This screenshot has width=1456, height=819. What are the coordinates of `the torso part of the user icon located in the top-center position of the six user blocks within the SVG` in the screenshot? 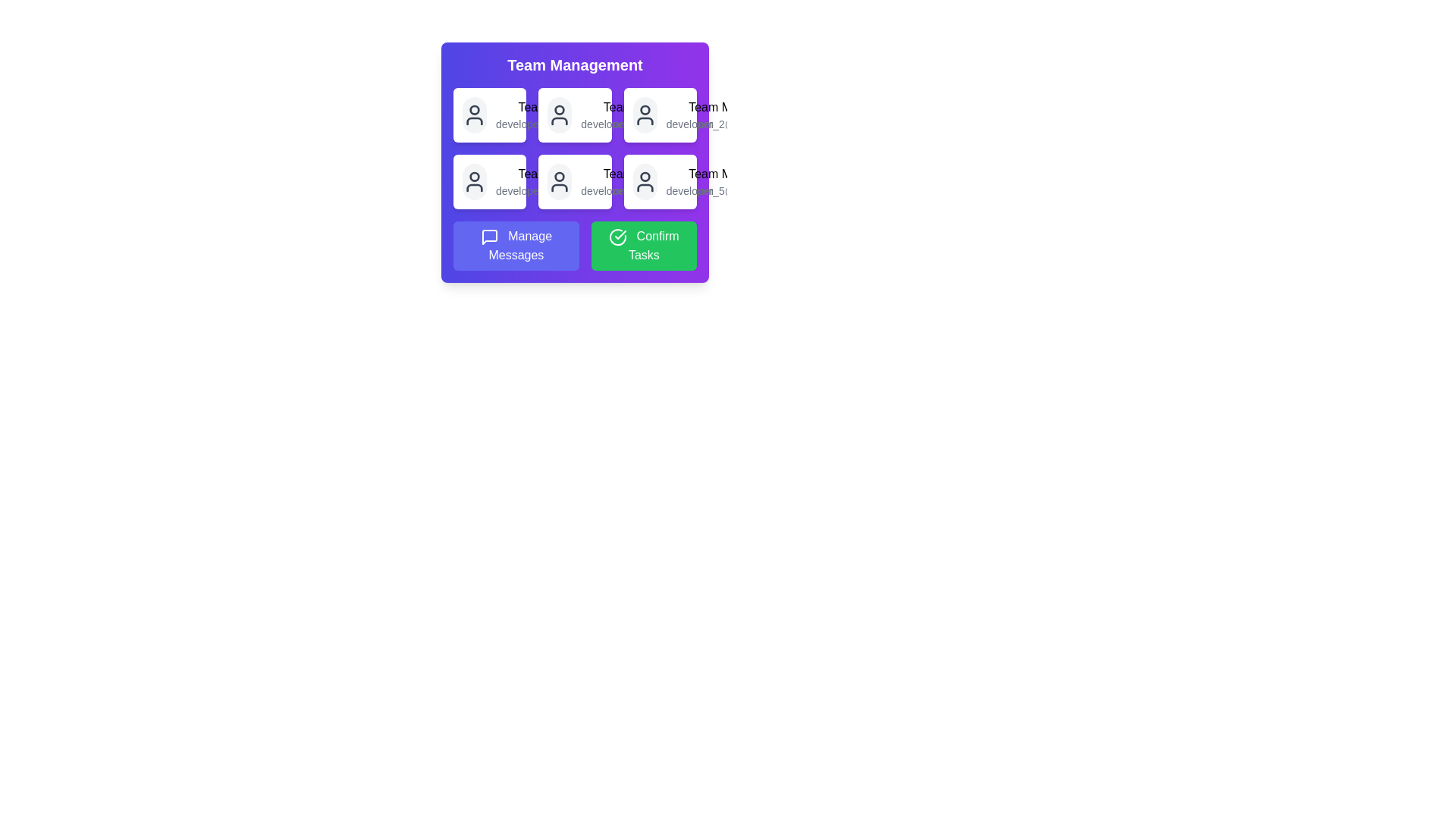 It's located at (559, 120).